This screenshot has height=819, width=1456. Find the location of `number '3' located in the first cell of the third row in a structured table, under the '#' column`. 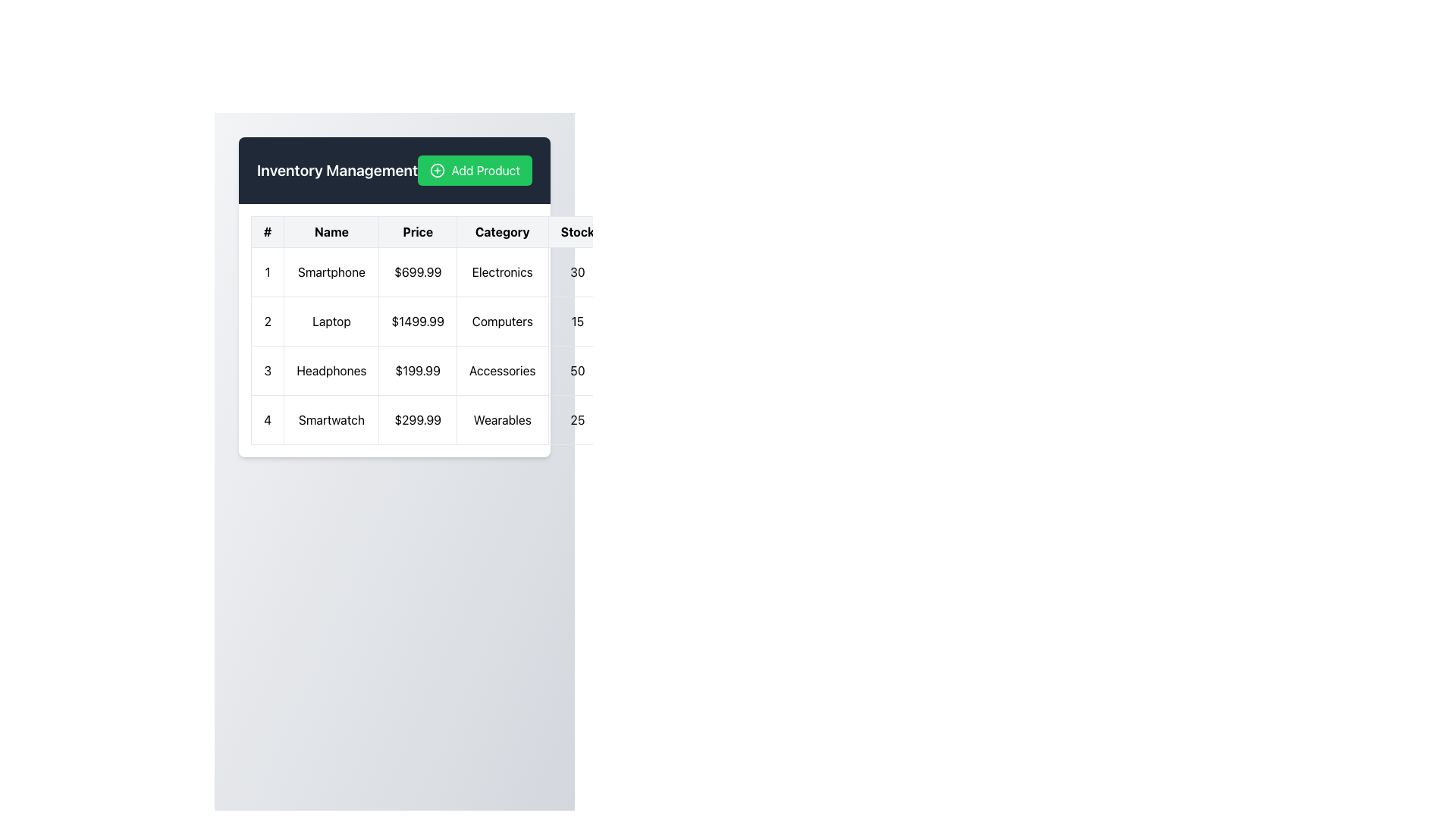

number '3' located in the first cell of the third row in a structured table, under the '#' column is located at coordinates (268, 371).